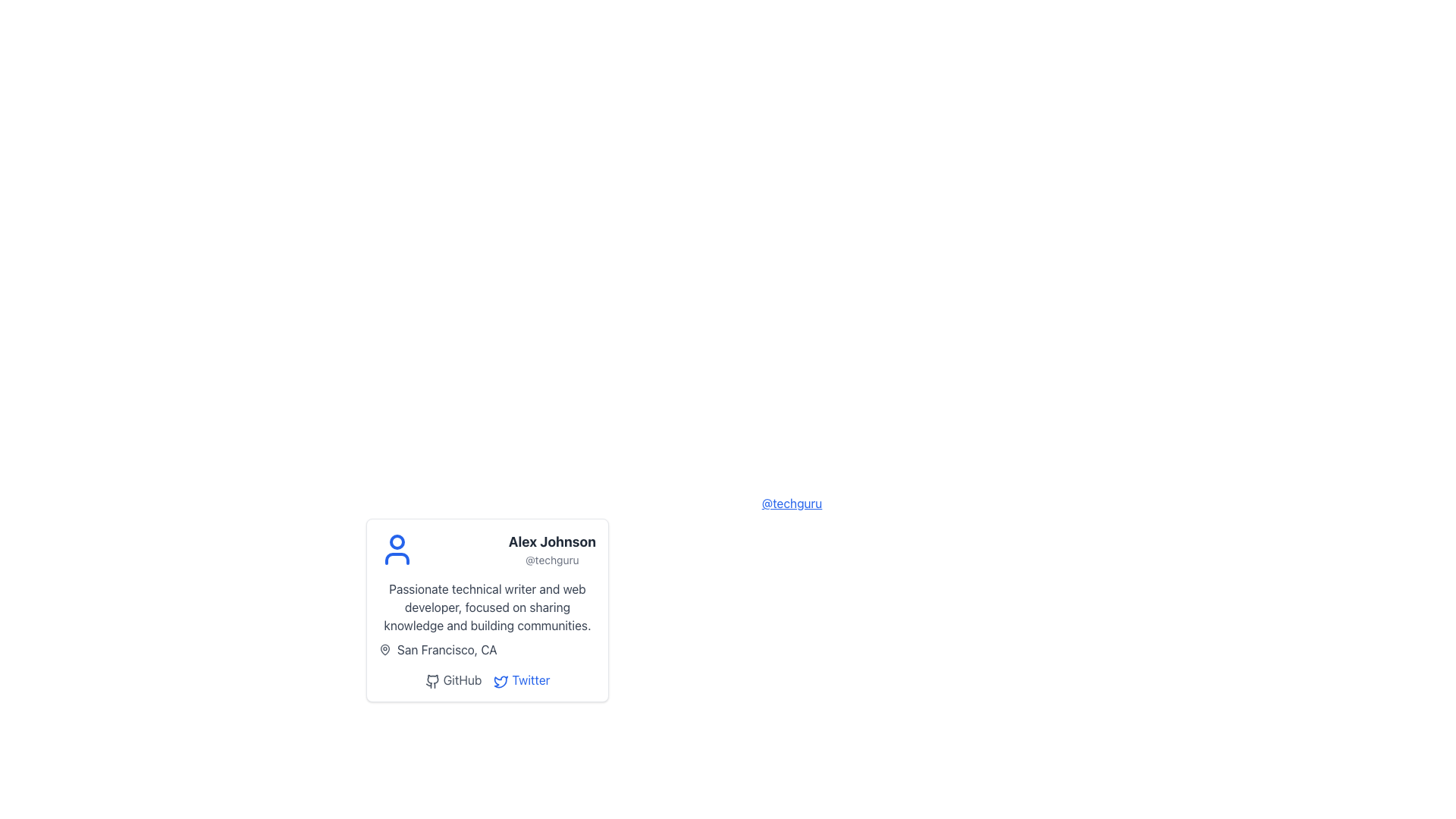 Image resolution: width=1456 pixels, height=819 pixels. What do you see at coordinates (384, 648) in the screenshot?
I see `the map pin icon located within the profile card by clicking on its center point` at bounding box center [384, 648].